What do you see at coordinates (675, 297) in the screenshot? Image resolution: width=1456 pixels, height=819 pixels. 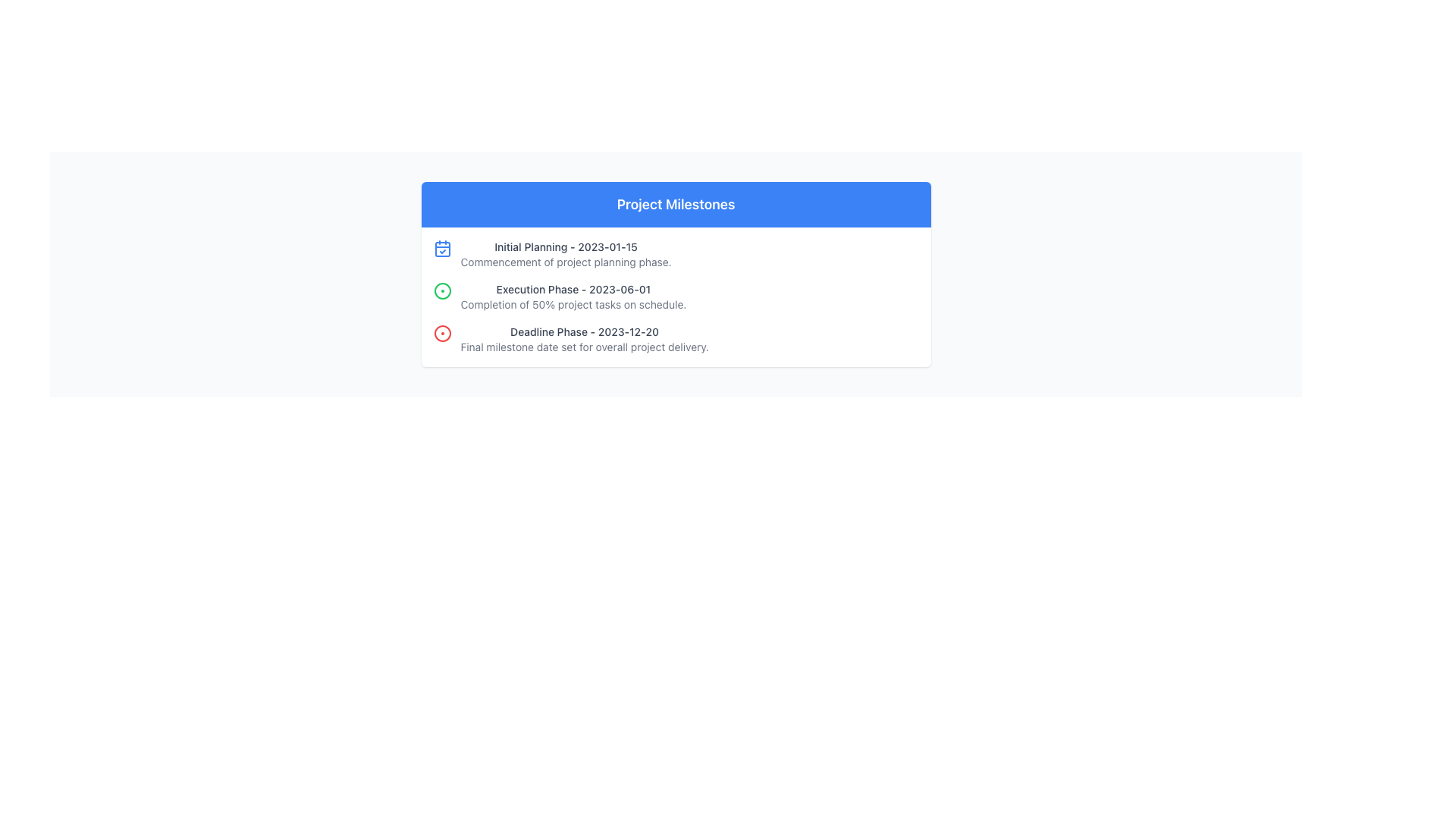 I see `textual information section containing the project phases titled 'Initial Planning', 'Execution Phase', and 'Deadline Phase', located below the 'Project Milestones' header` at bounding box center [675, 297].